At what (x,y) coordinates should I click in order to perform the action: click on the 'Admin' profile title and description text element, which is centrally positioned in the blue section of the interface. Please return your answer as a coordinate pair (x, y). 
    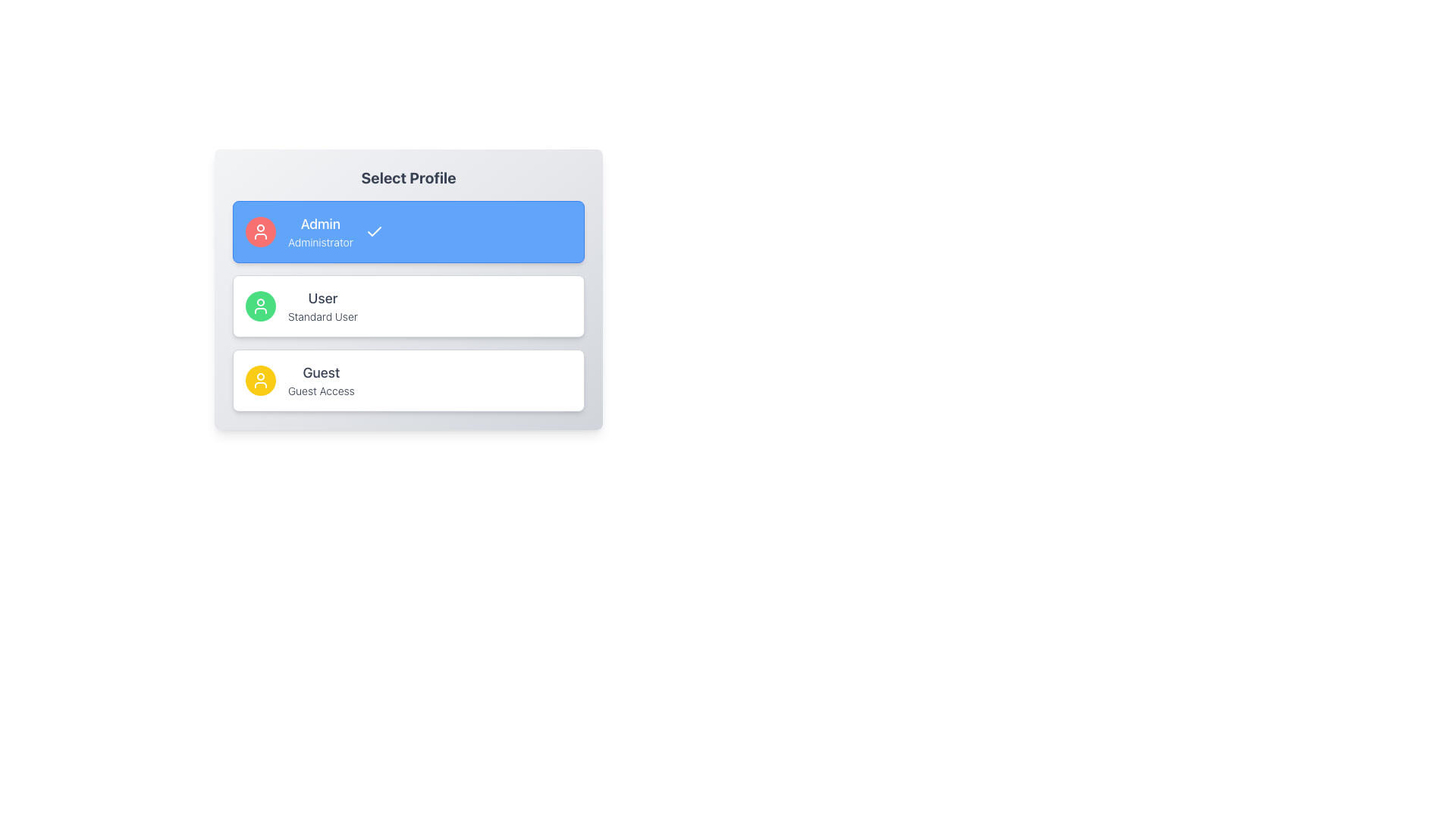
    Looking at the image, I should click on (319, 231).